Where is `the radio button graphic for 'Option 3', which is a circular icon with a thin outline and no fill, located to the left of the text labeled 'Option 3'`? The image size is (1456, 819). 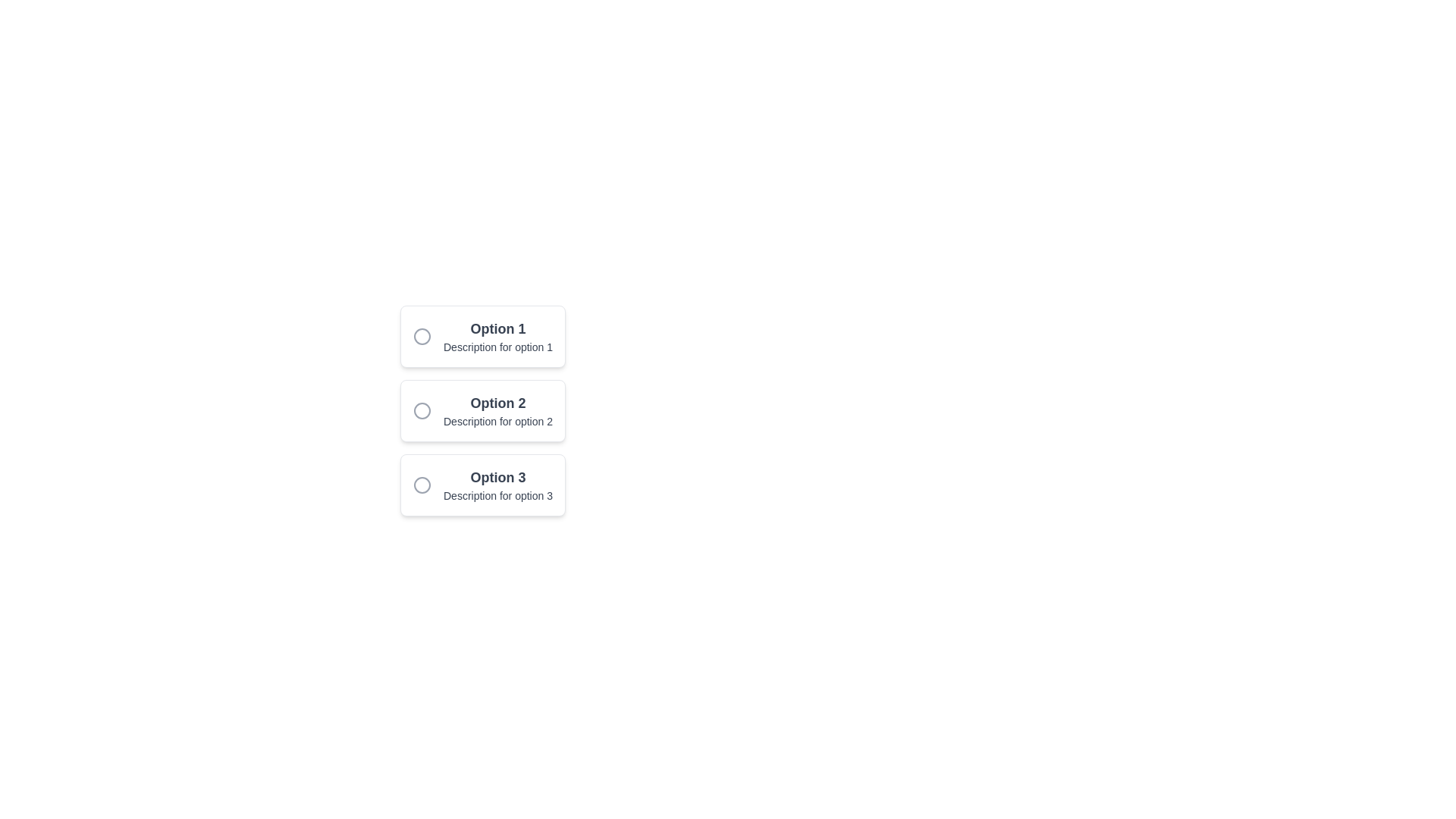 the radio button graphic for 'Option 3', which is a circular icon with a thin outline and no fill, located to the left of the text labeled 'Option 3' is located at coordinates (422, 485).